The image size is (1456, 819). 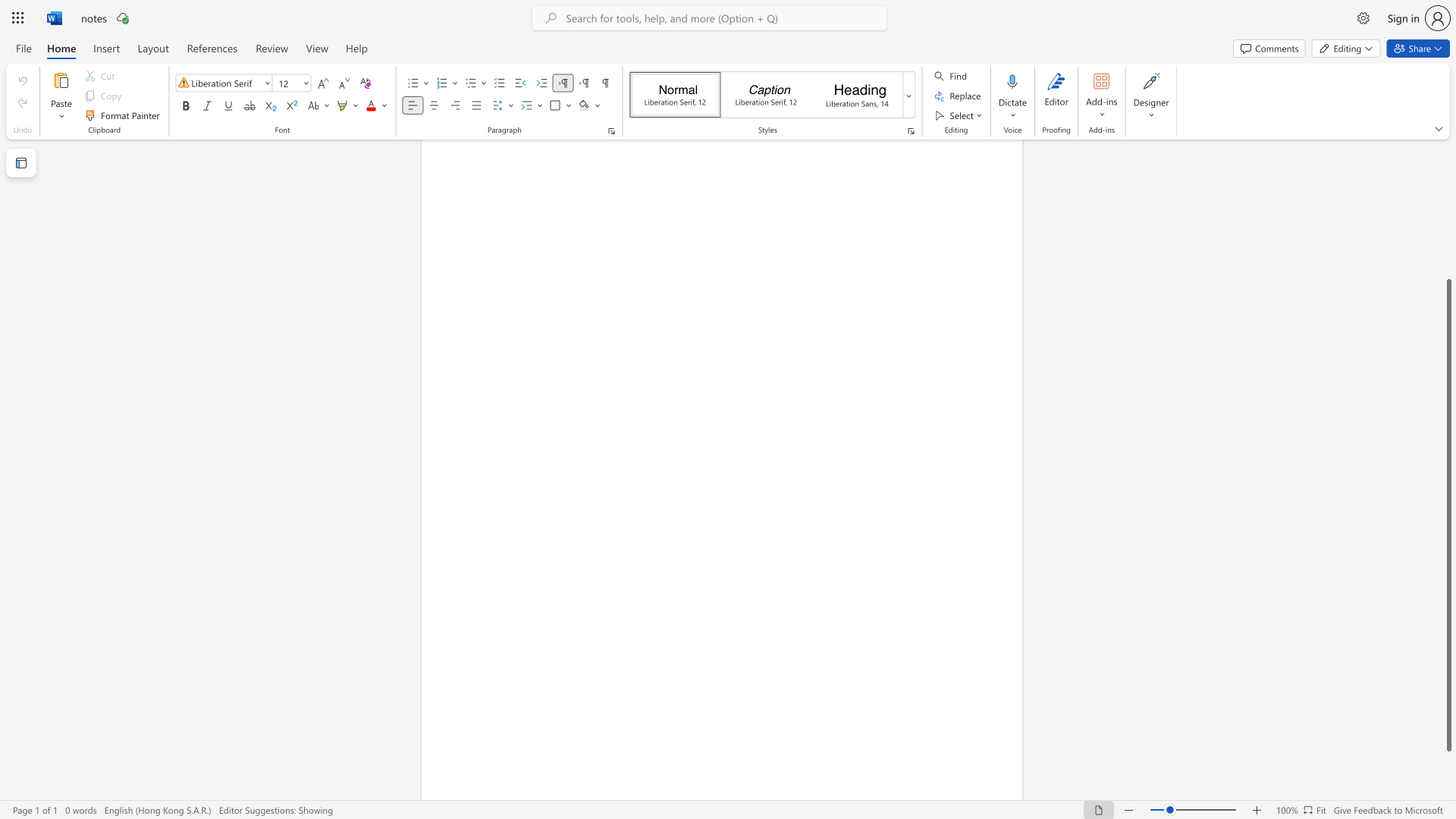 What do you see at coordinates (1448, 242) in the screenshot?
I see `the scrollbar to scroll the page up` at bounding box center [1448, 242].